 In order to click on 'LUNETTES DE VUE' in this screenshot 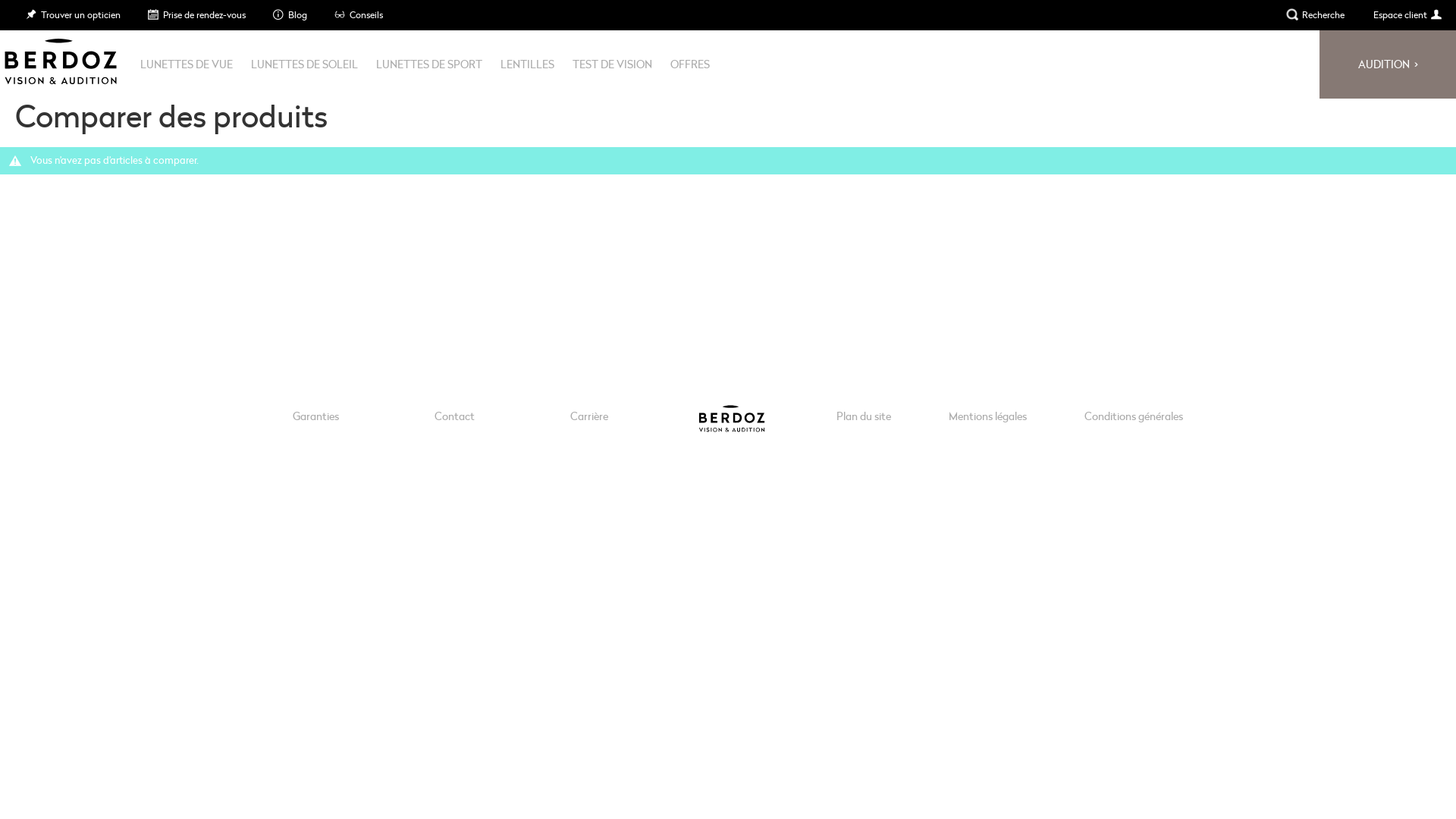, I will do `click(185, 63)`.